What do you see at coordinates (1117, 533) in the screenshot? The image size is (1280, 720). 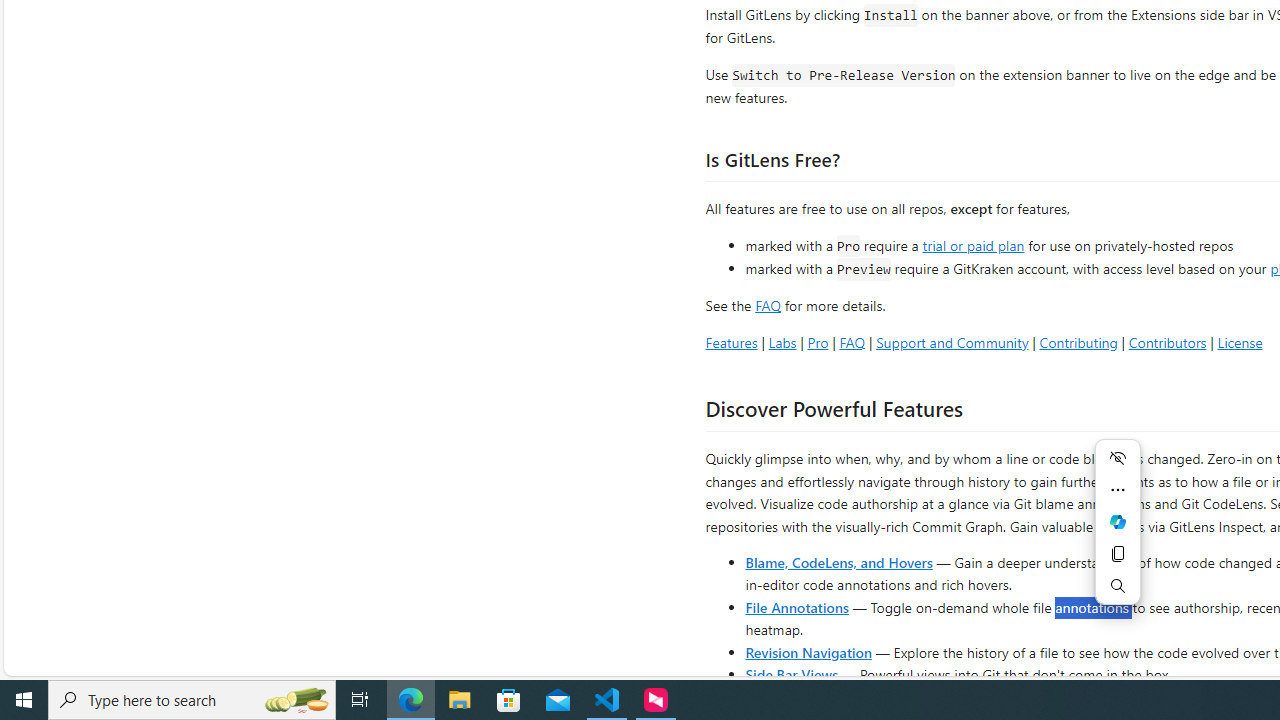 I see `'Mini menu on text selection'` at bounding box center [1117, 533].